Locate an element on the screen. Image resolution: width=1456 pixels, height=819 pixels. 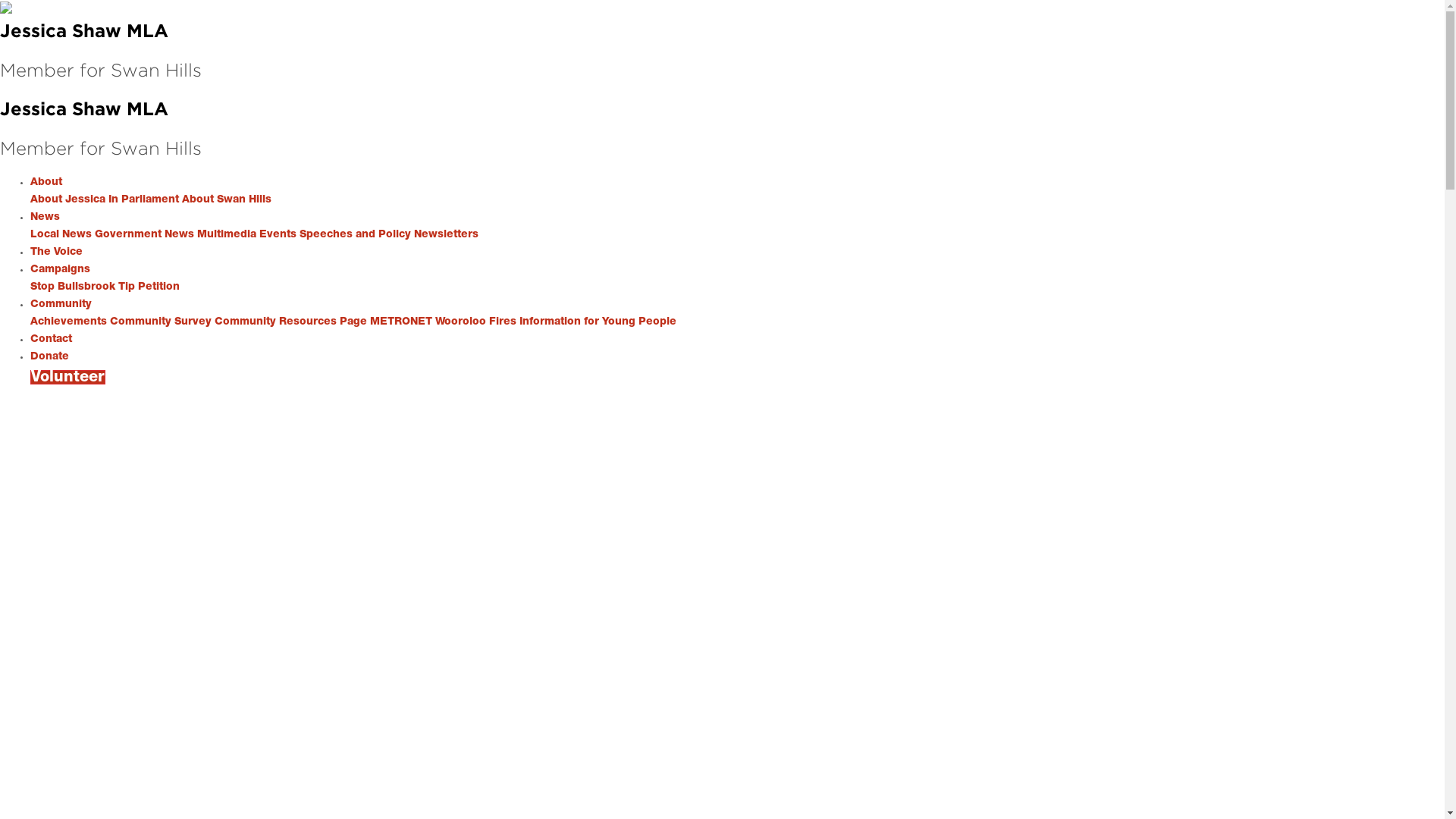
'Contact' is located at coordinates (30, 338).